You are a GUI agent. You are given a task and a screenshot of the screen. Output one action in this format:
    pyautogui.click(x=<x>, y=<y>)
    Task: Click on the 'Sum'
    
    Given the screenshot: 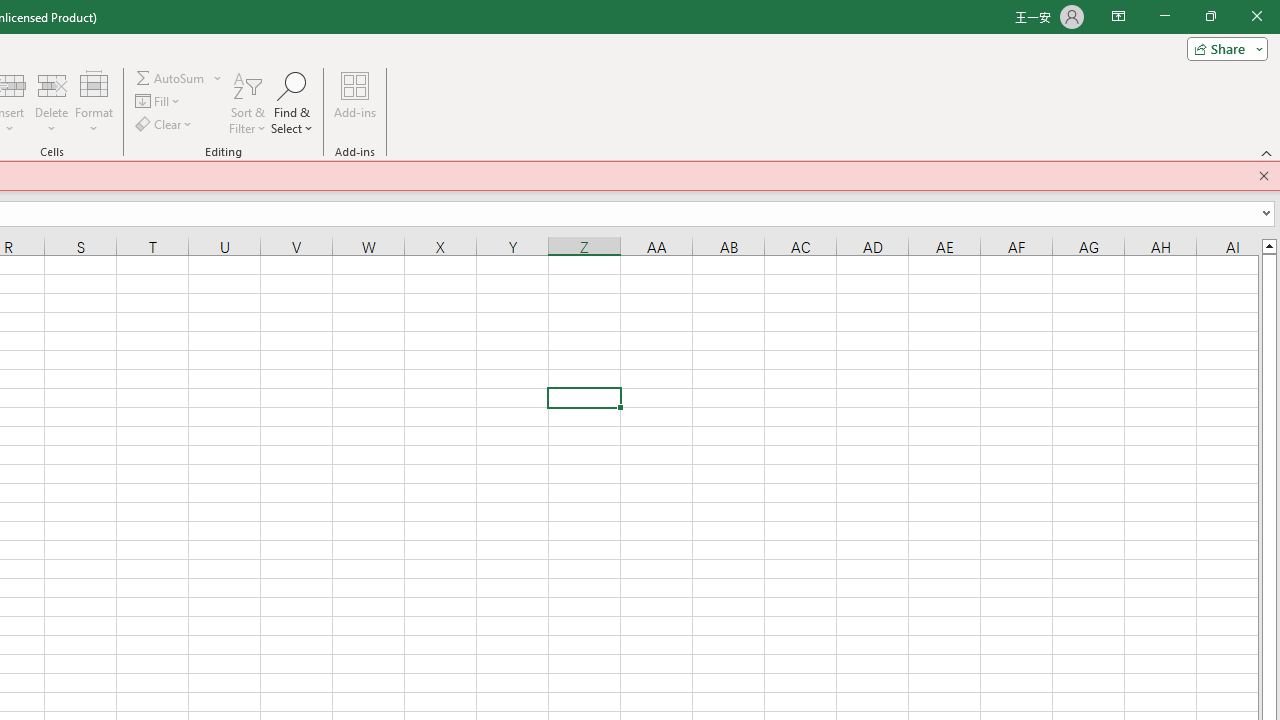 What is the action you would take?
    pyautogui.click(x=171, y=77)
    